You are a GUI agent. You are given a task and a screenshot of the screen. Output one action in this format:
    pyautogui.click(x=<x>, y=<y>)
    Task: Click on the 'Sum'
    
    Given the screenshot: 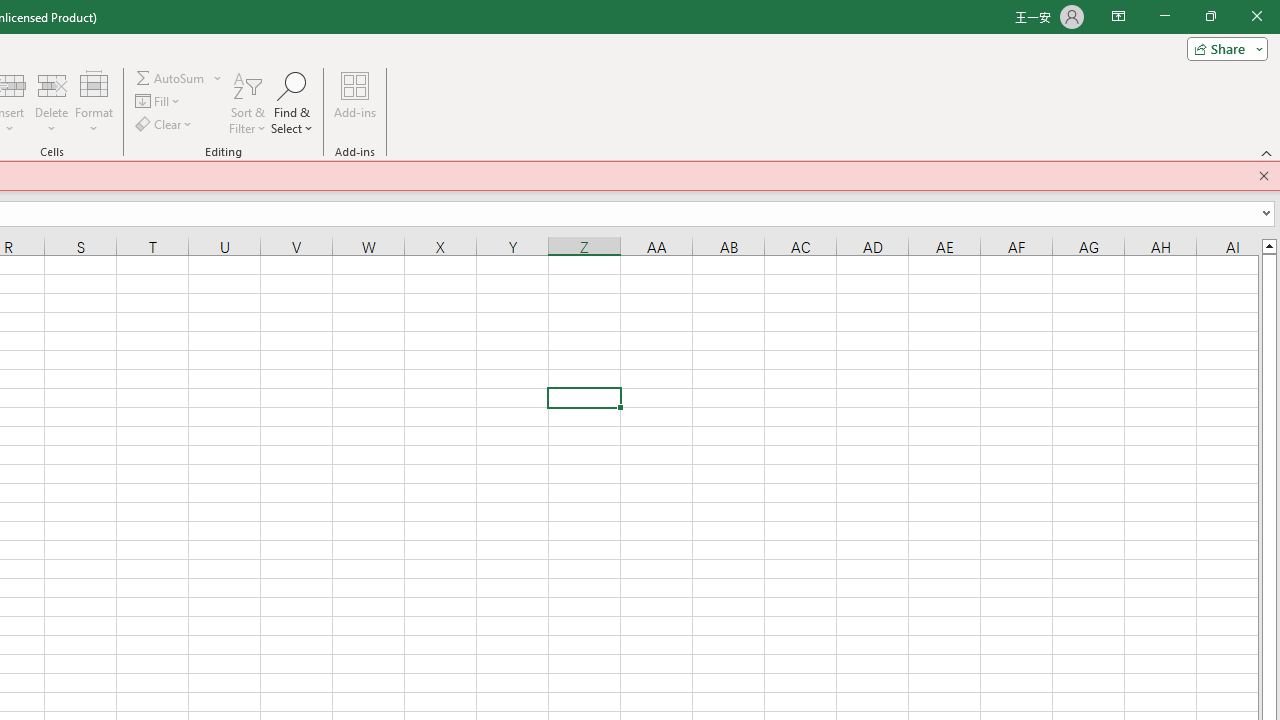 What is the action you would take?
    pyautogui.click(x=171, y=77)
    